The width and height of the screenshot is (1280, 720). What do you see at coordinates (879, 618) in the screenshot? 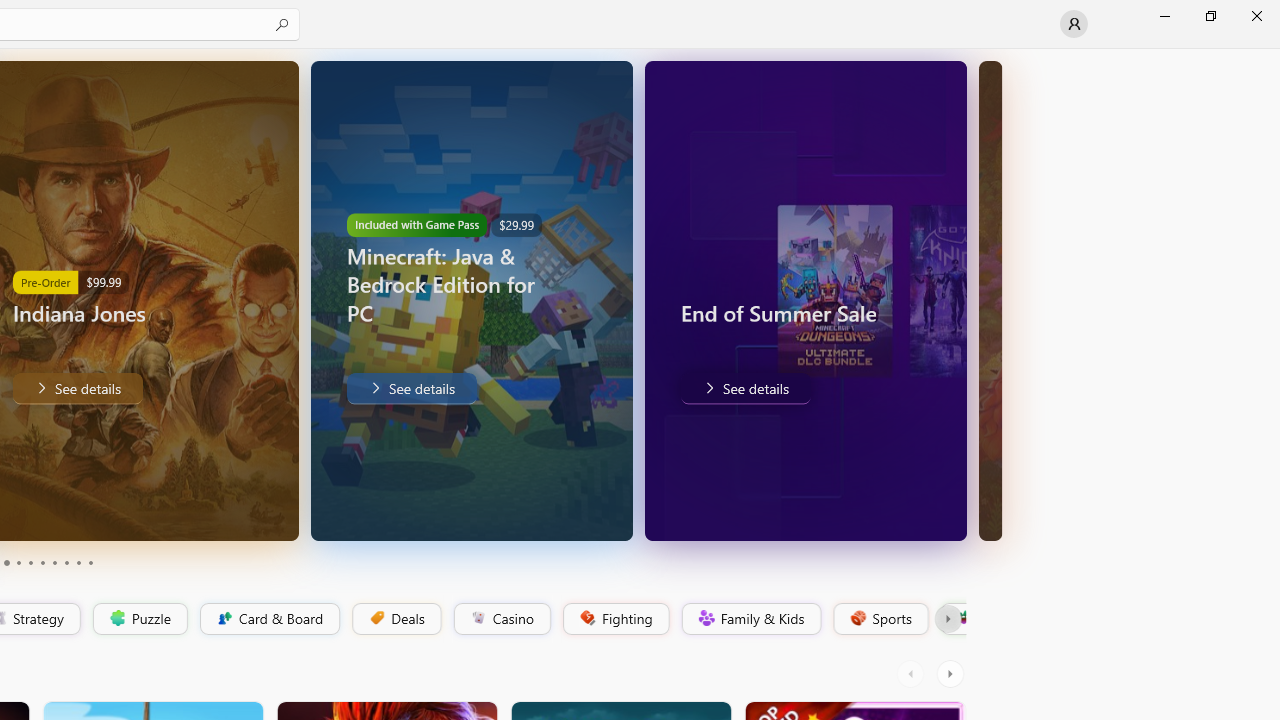
I see `'Sports'` at bounding box center [879, 618].